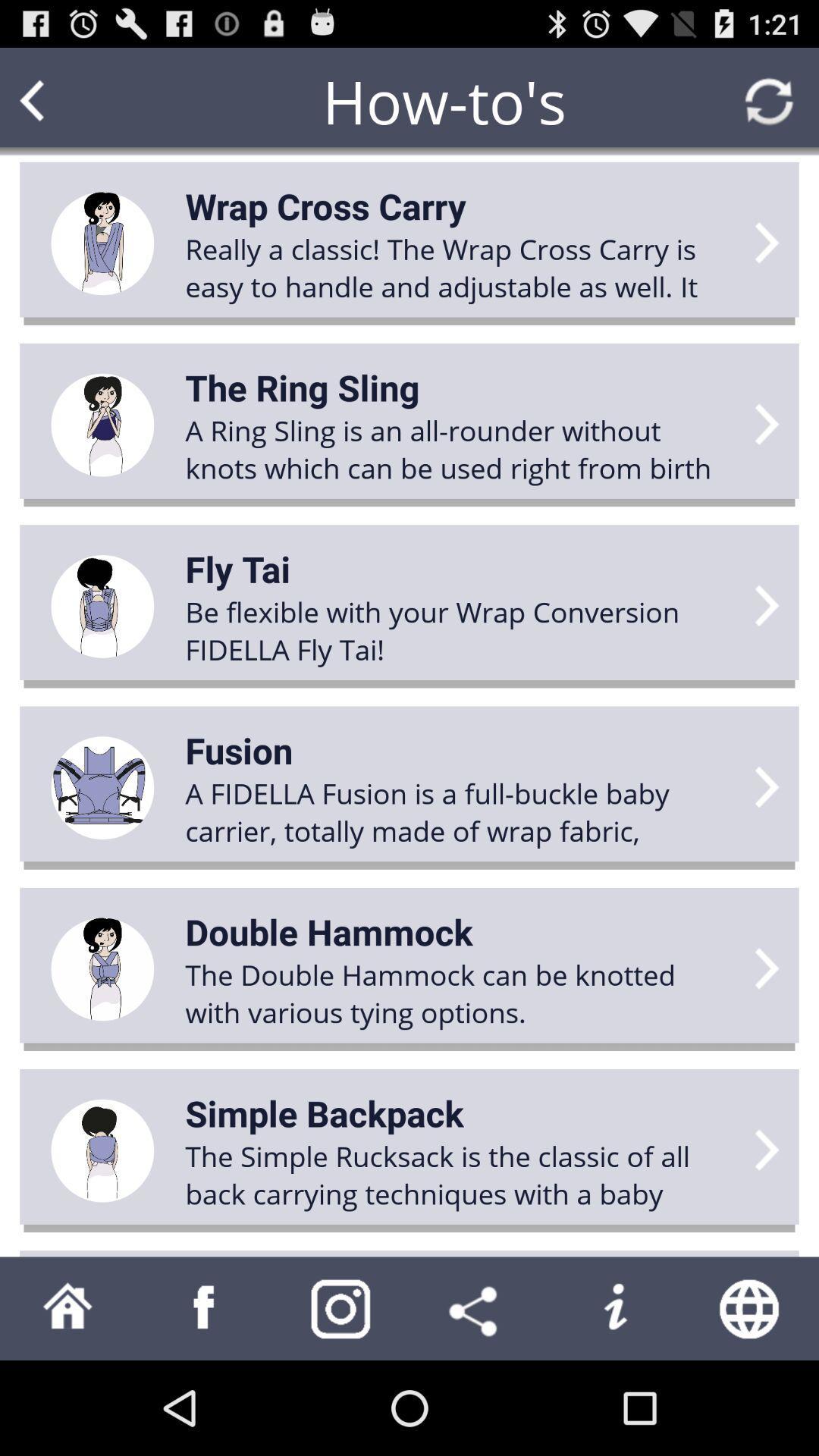 The height and width of the screenshot is (1456, 819). What do you see at coordinates (460, 811) in the screenshot?
I see `a fidella fusion icon` at bounding box center [460, 811].